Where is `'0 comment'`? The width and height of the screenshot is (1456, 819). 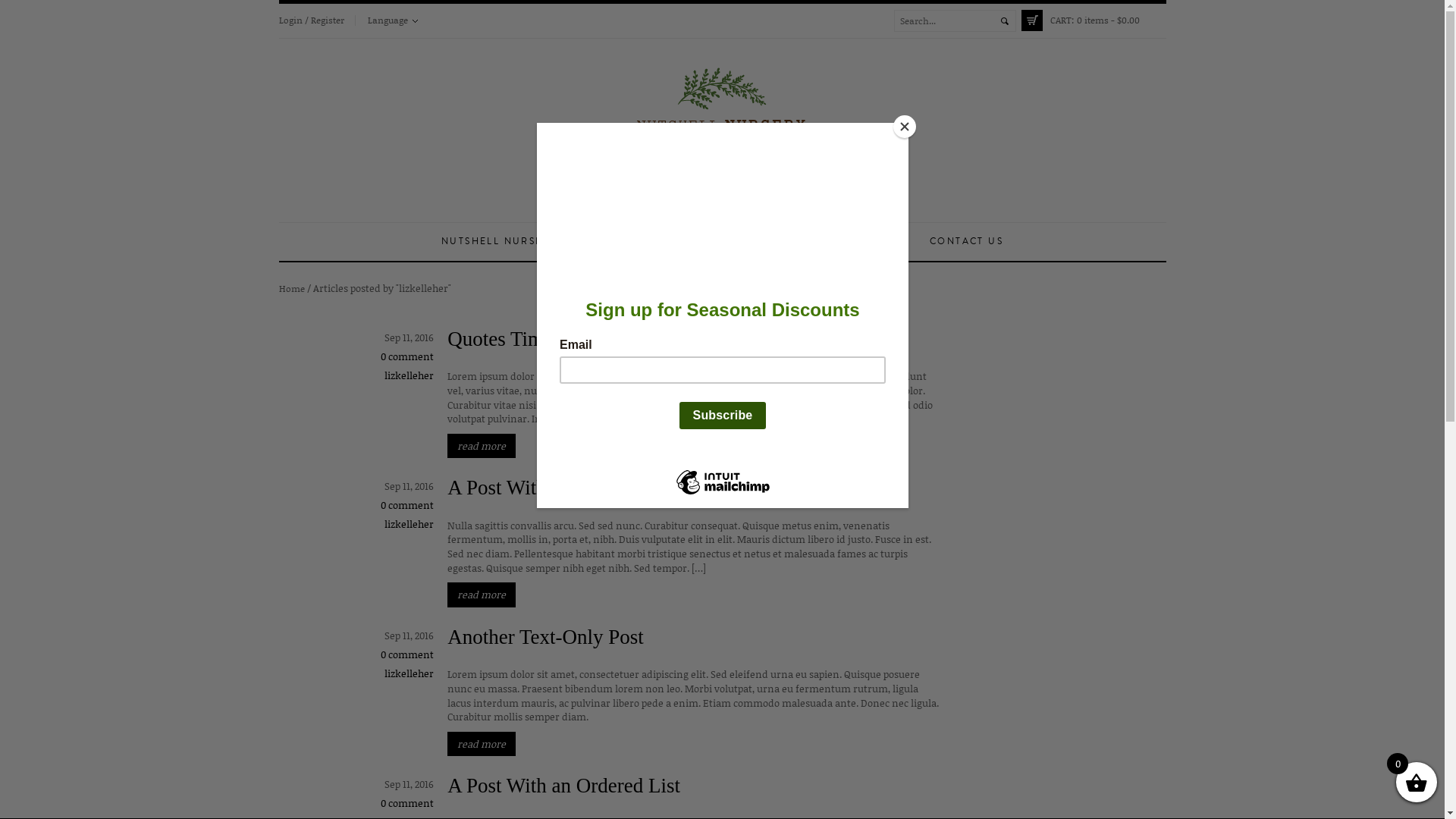 '0 comment' is located at coordinates (407, 802).